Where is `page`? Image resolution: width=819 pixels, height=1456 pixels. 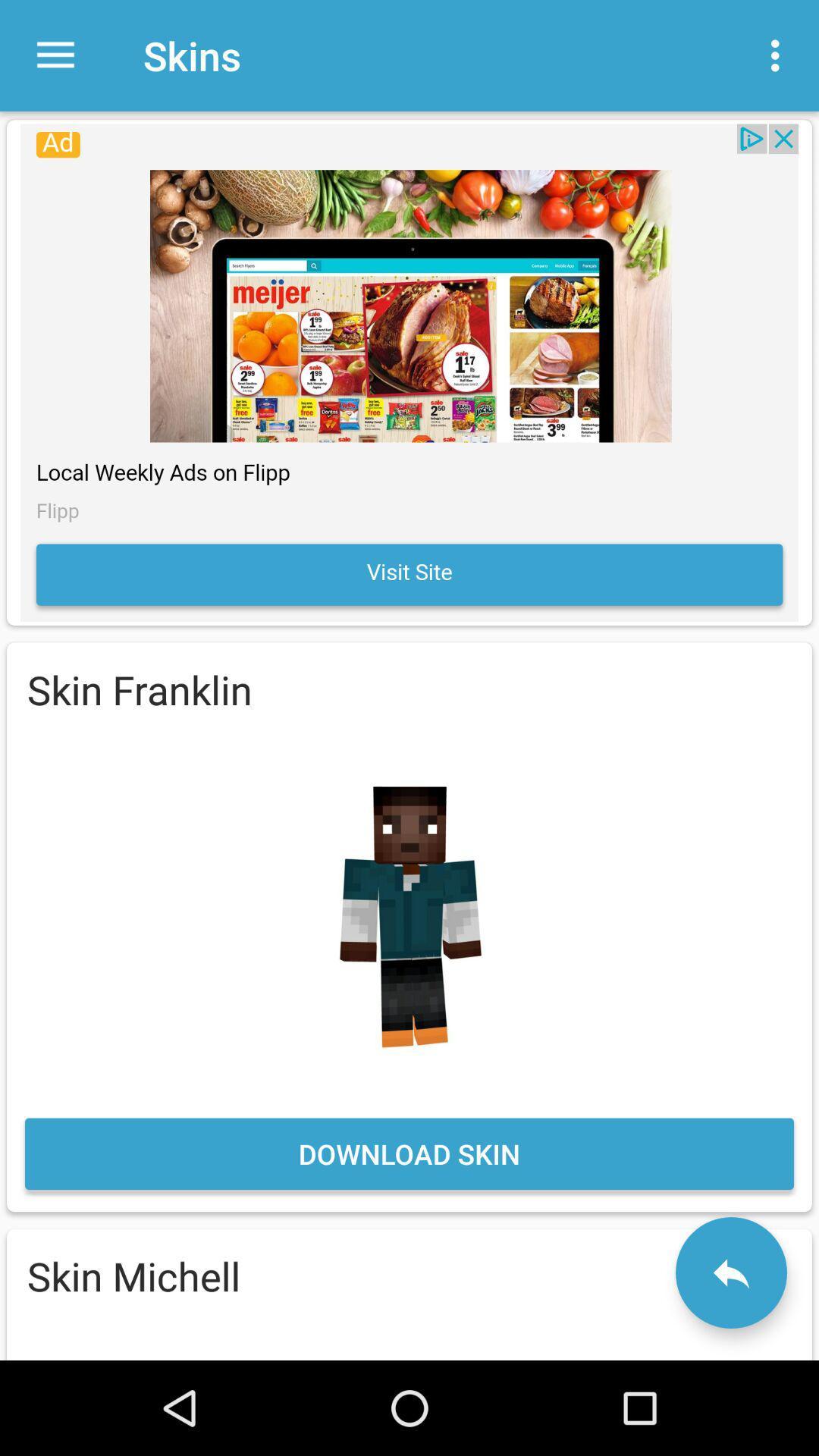
page is located at coordinates (409, 372).